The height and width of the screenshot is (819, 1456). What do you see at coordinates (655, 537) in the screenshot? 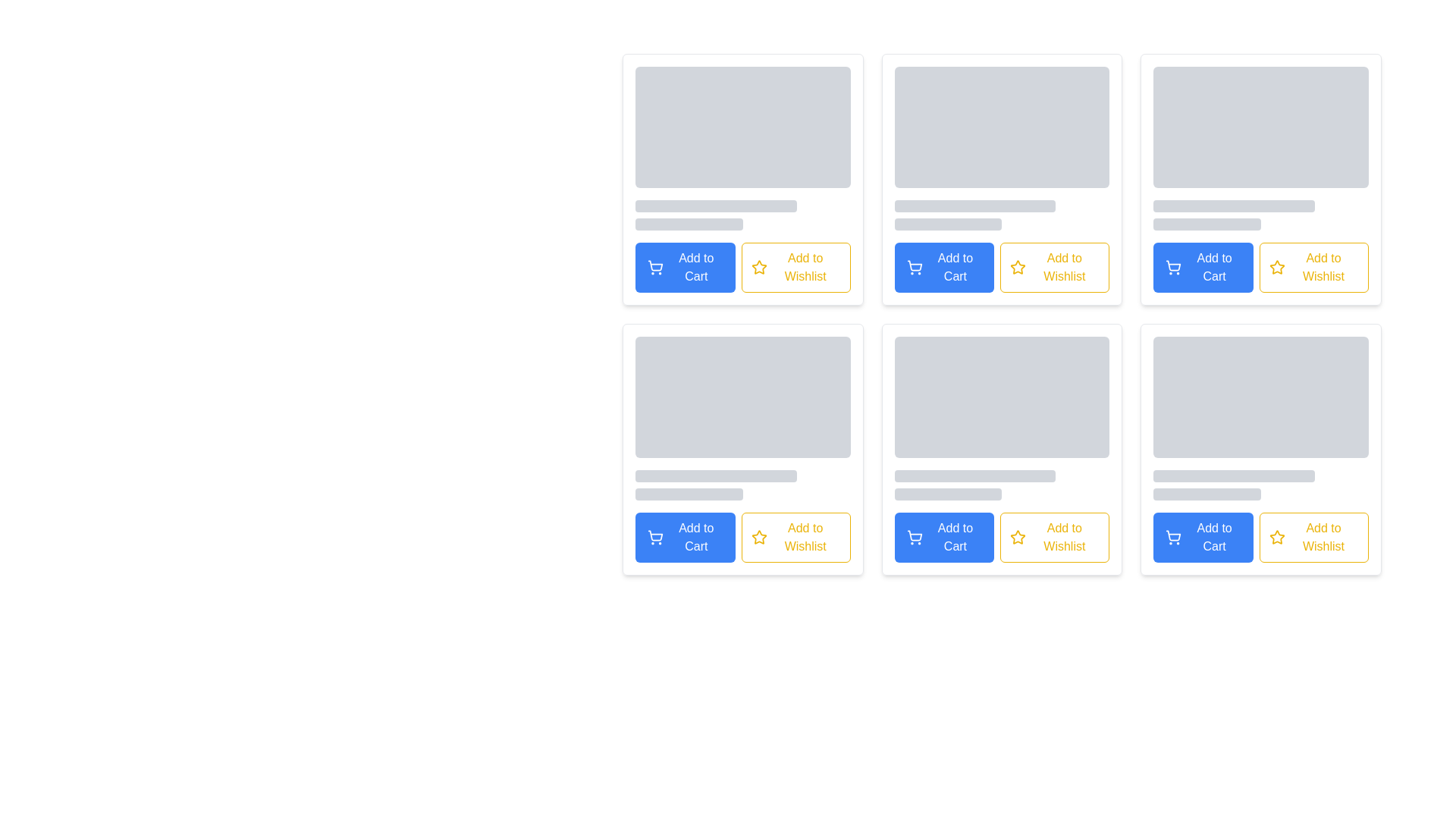
I see `the small shopping cart icon located to the left of the 'Add to Cart' button` at bounding box center [655, 537].